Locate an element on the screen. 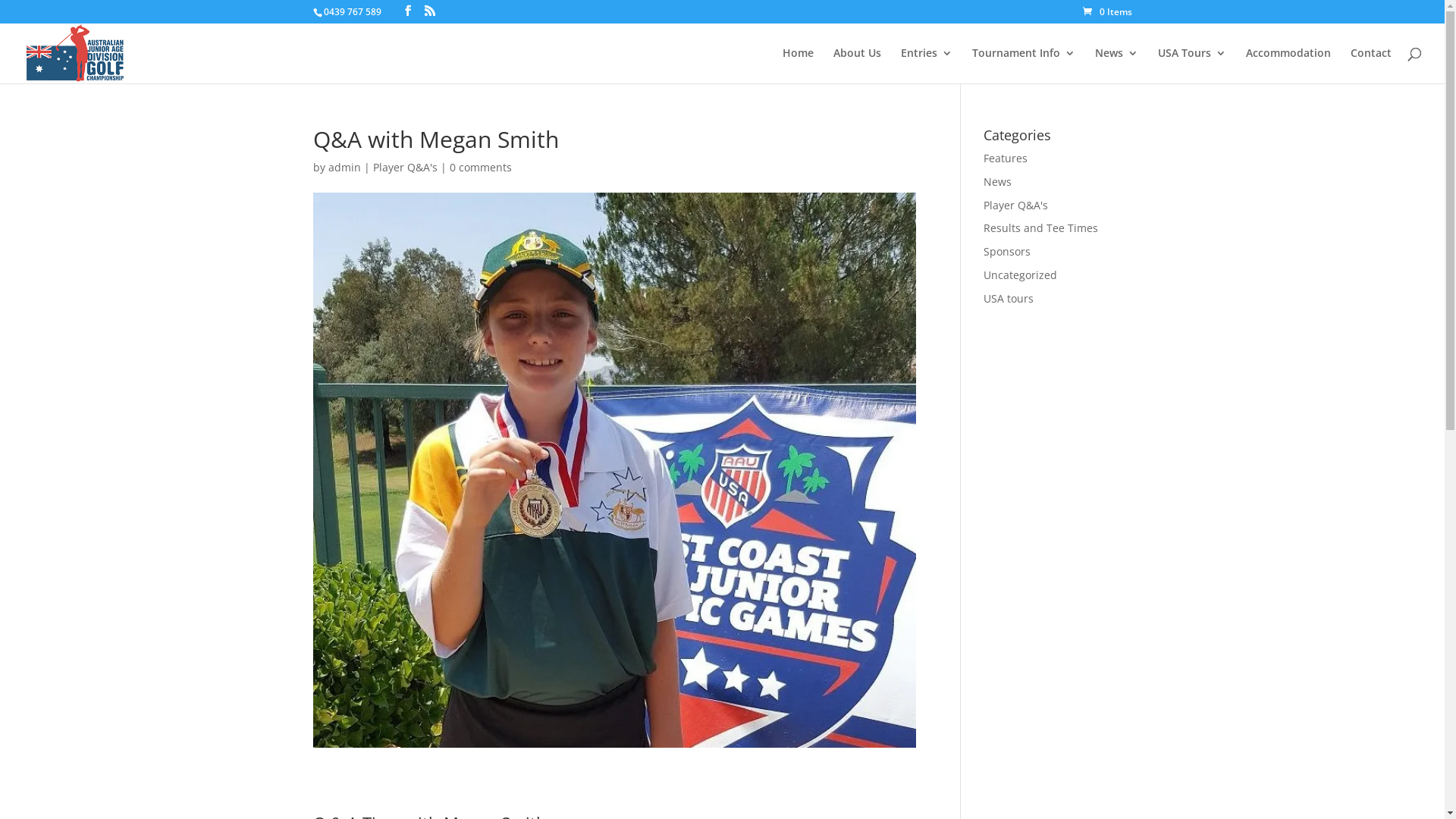 The width and height of the screenshot is (1456, 819). 'Entries' is located at coordinates (926, 64).